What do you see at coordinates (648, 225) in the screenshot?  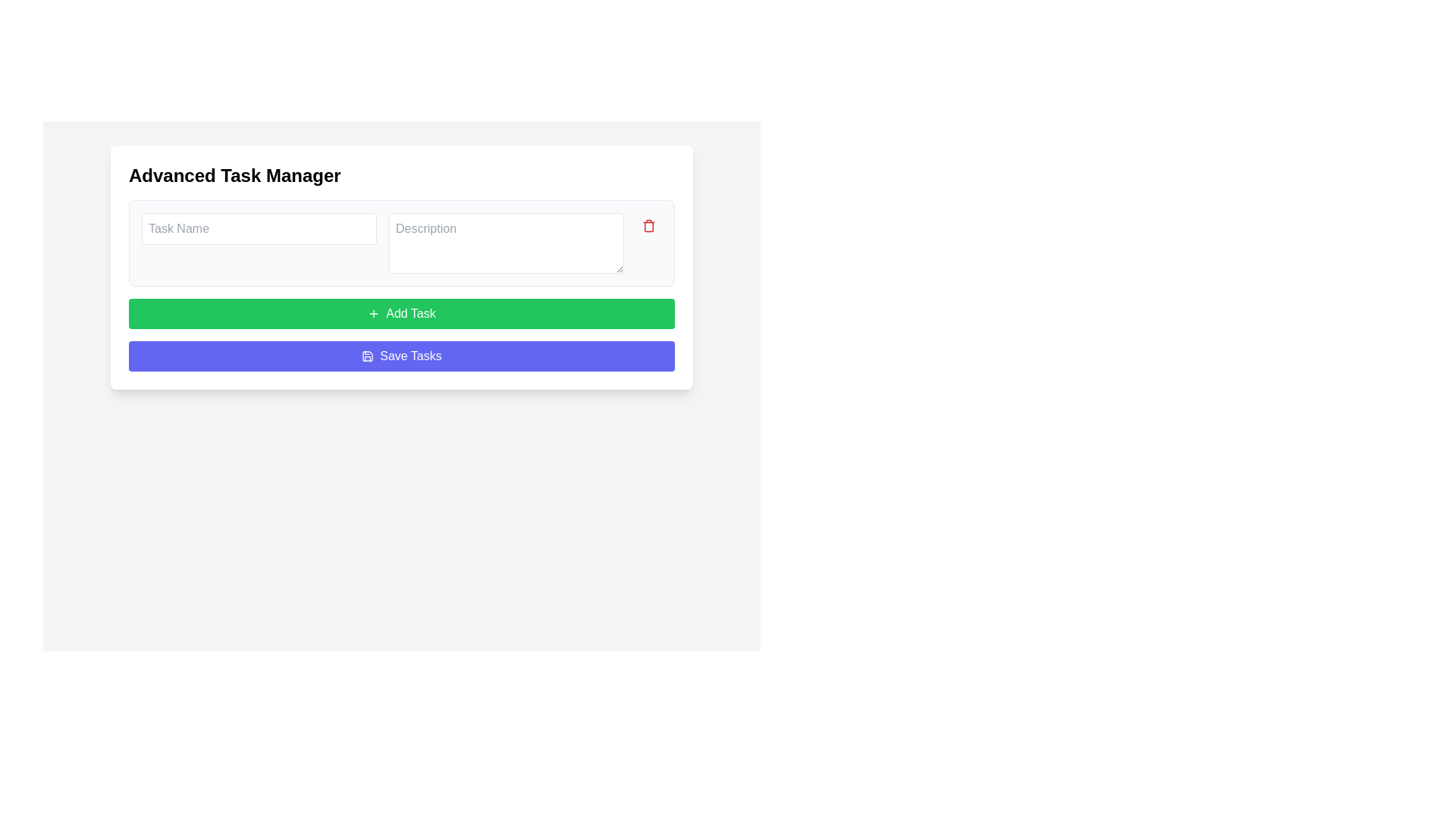 I see `the delete button located at the far right of the task entry section` at bounding box center [648, 225].